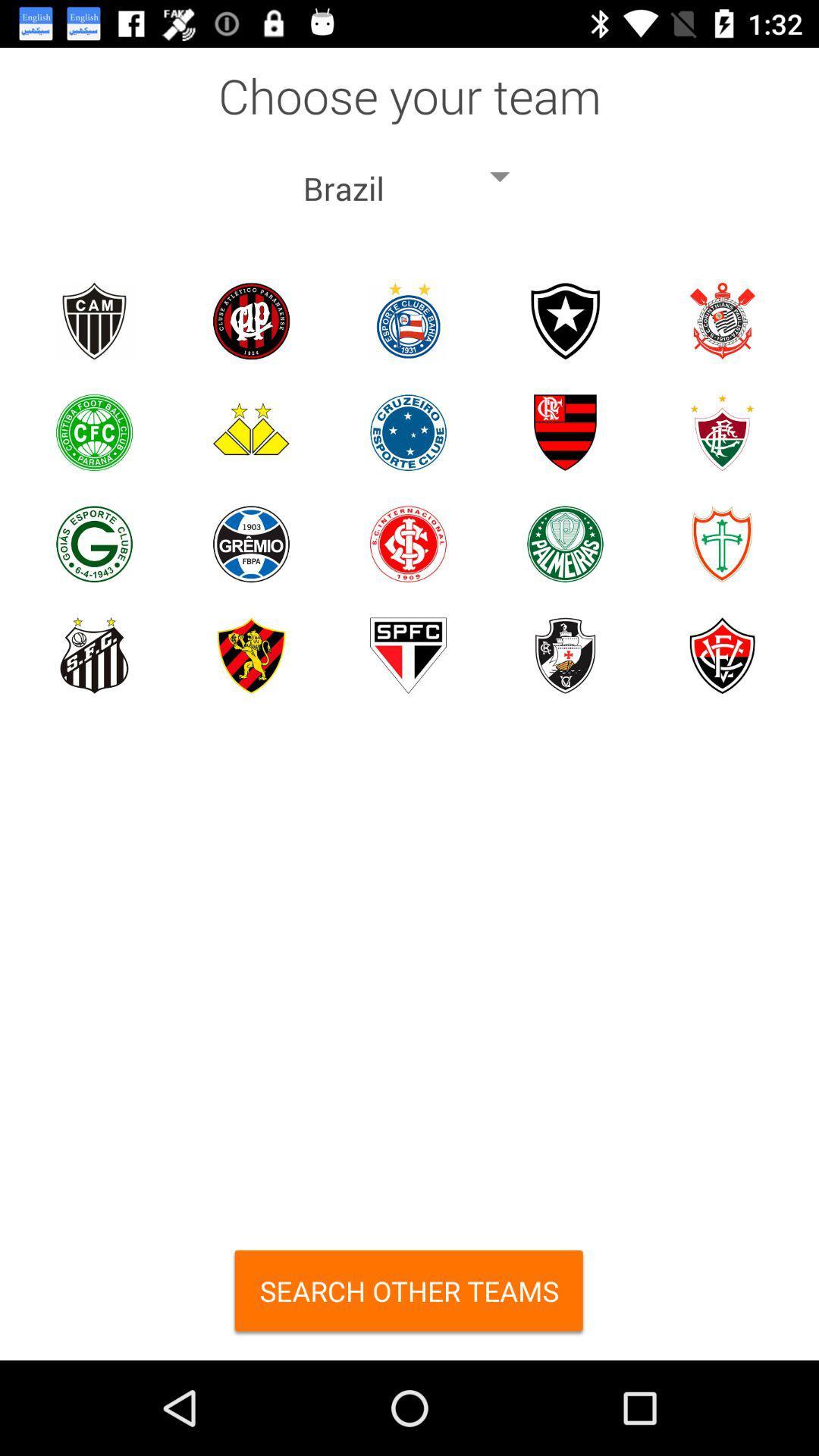  I want to click on a specific team, so click(94, 431).